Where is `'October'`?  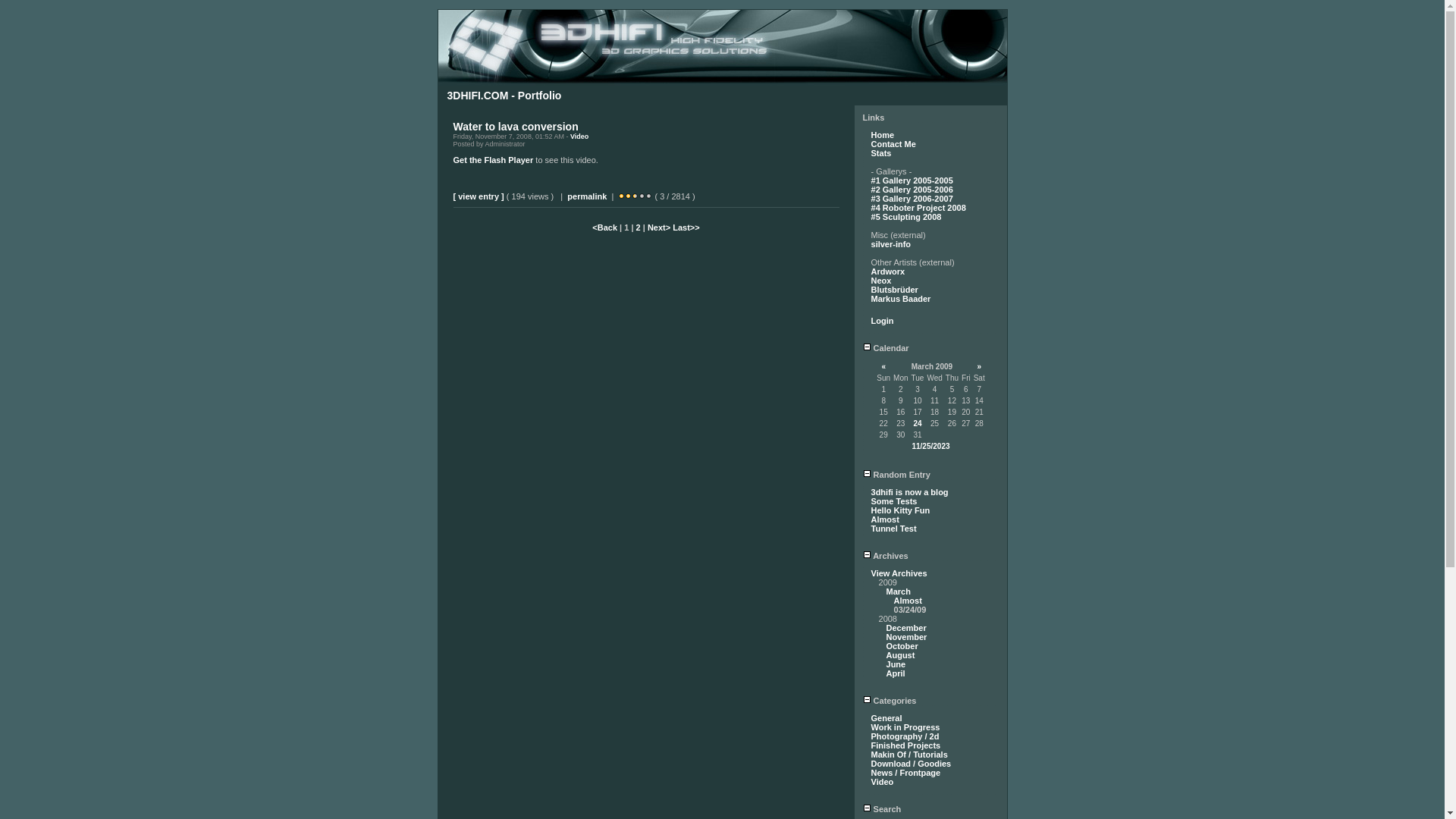
'October' is located at coordinates (902, 646).